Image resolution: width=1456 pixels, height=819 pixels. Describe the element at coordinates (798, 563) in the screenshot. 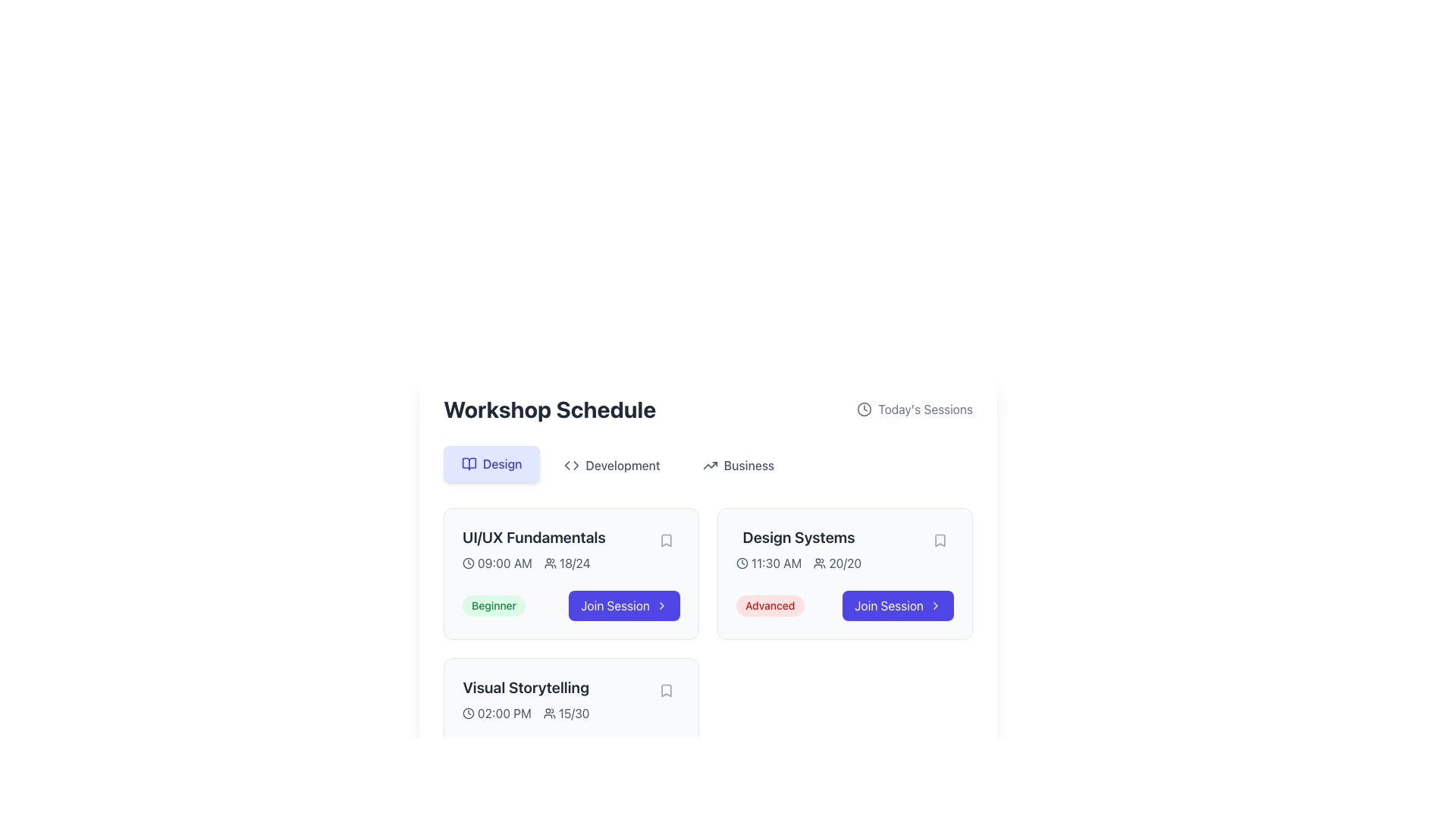

I see `the informational label that displays session start time and participant quota, located within the 'Design Systems' session card on the right-hand side of the 'Workshop Schedule' layout` at that location.